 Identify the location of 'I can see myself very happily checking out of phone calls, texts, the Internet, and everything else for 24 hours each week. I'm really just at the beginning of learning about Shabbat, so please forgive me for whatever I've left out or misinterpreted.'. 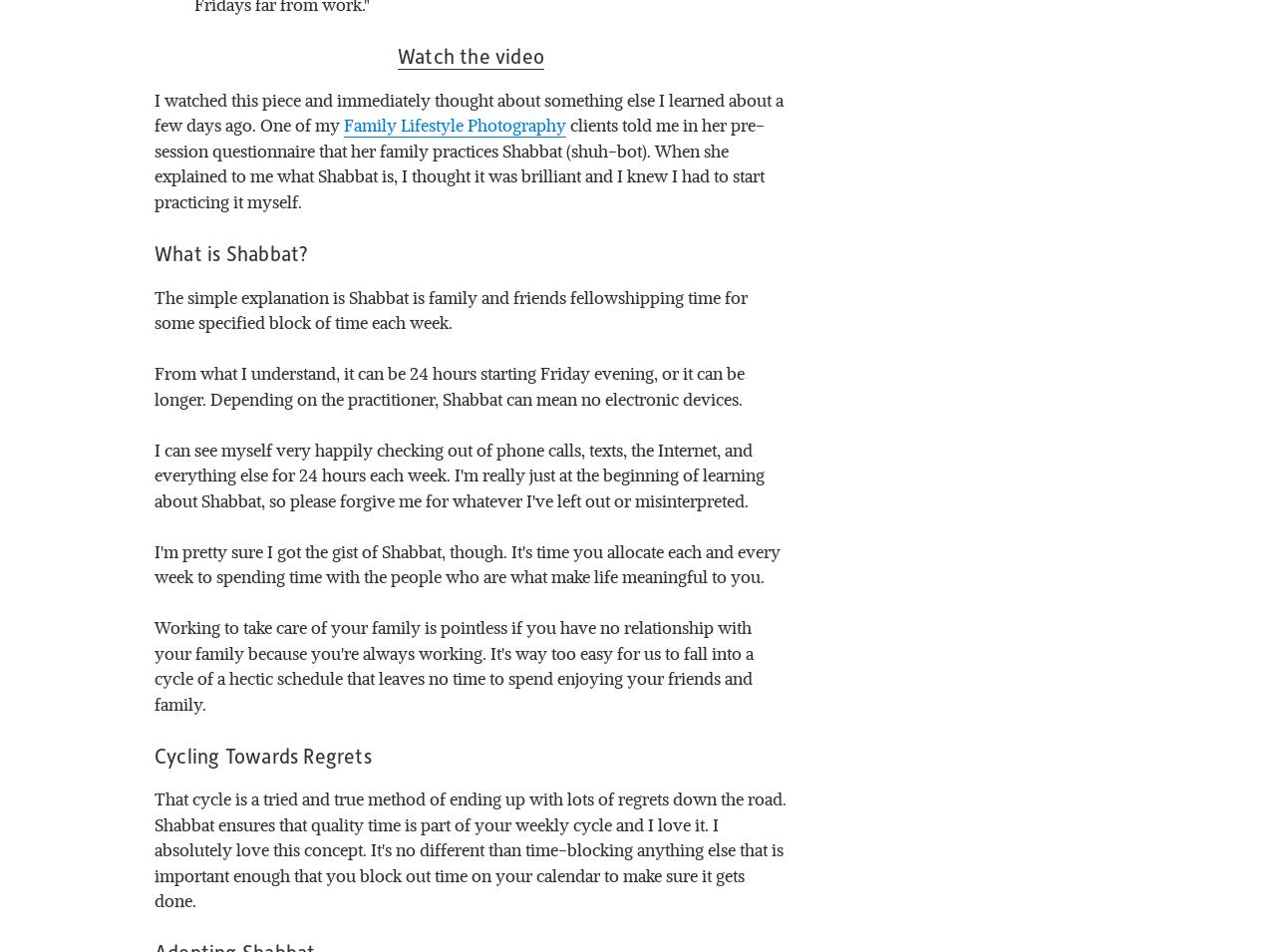
(460, 473).